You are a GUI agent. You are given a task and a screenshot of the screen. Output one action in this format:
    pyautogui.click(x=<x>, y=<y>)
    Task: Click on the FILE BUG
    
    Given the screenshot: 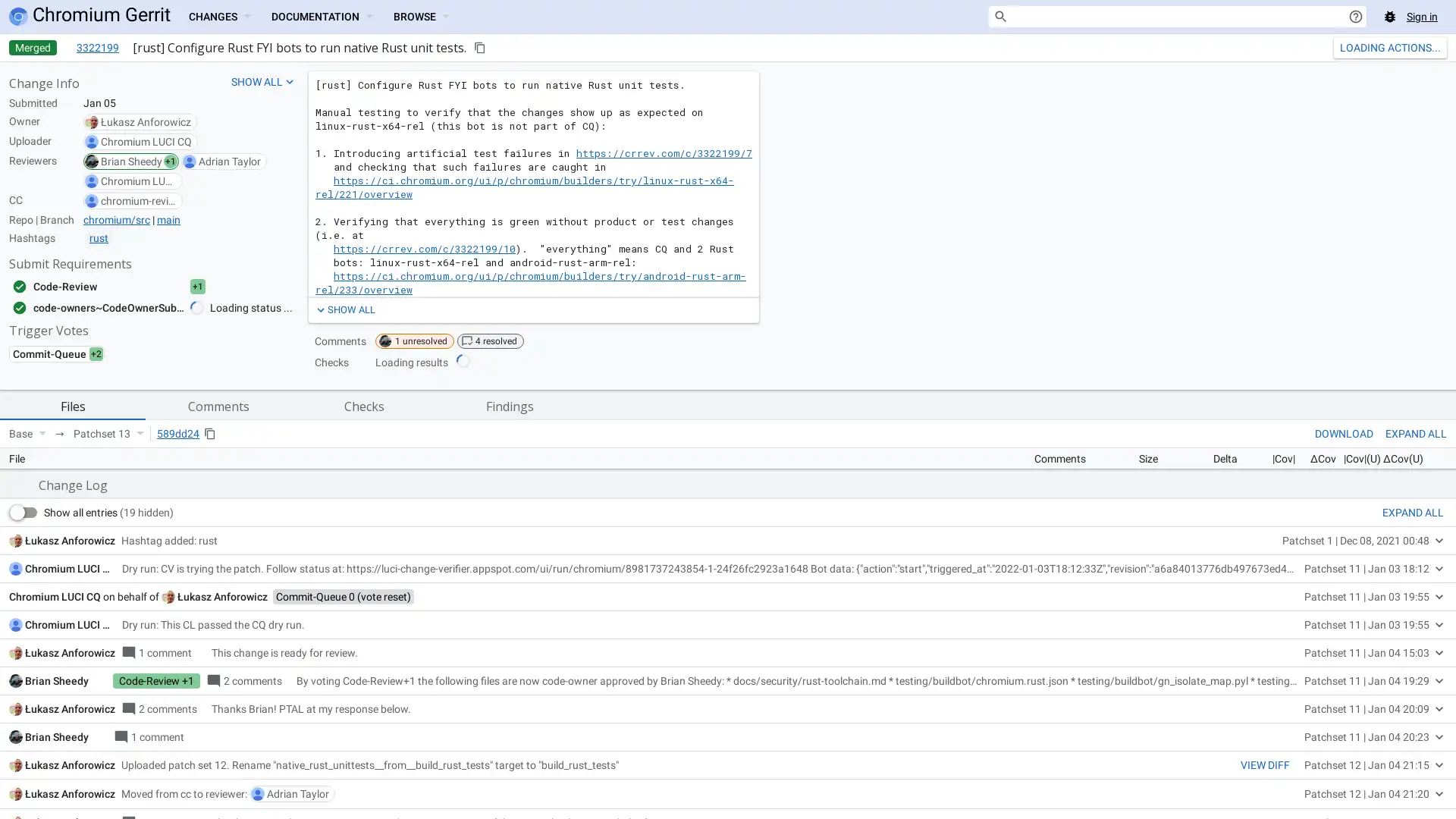 What is the action you would take?
    pyautogui.click(x=1420, y=660)
    